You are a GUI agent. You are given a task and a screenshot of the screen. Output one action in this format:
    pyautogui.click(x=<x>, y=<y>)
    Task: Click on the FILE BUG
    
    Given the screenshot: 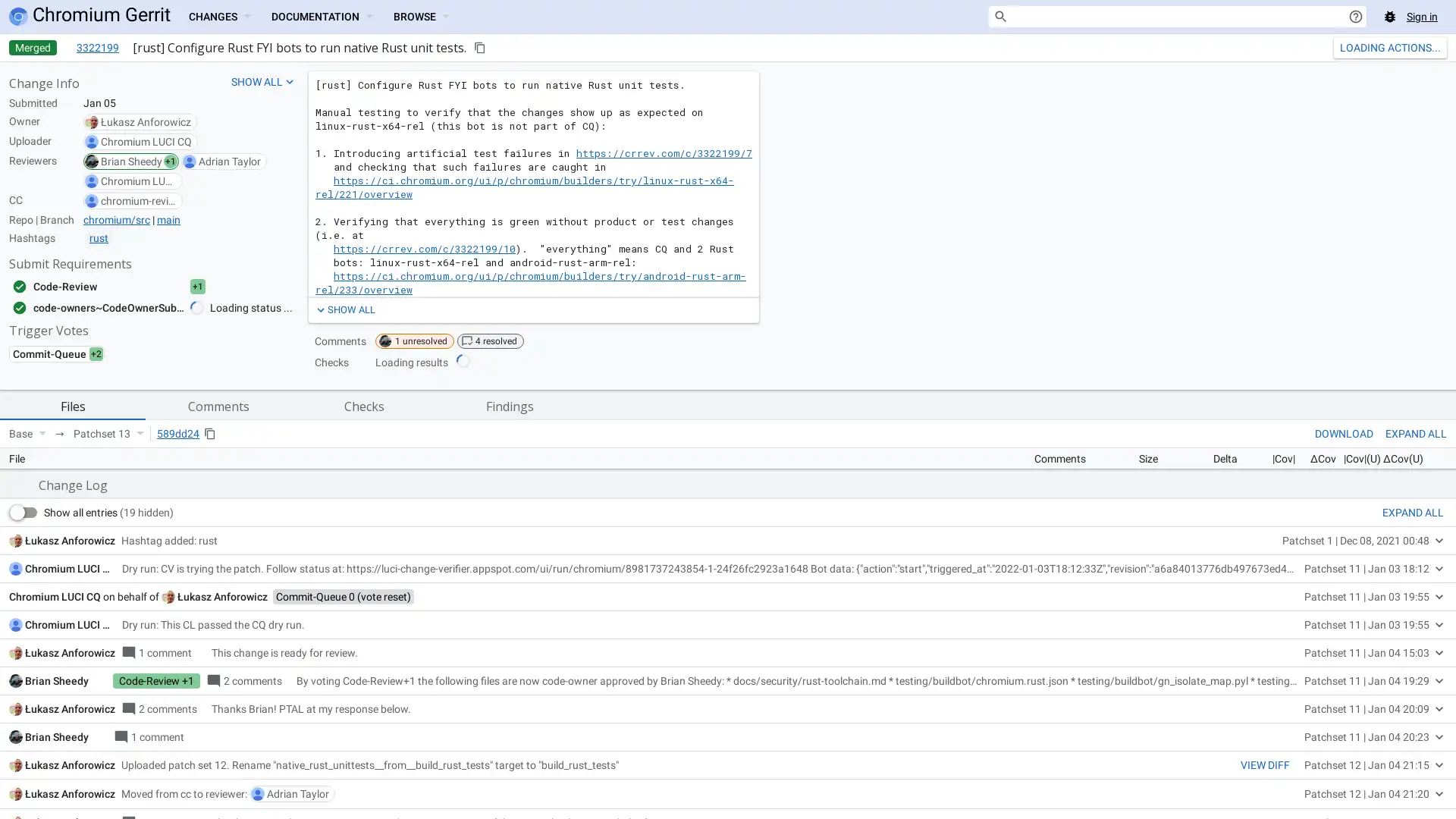 What is the action you would take?
    pyautogui.click(x=1420, y=660)
    